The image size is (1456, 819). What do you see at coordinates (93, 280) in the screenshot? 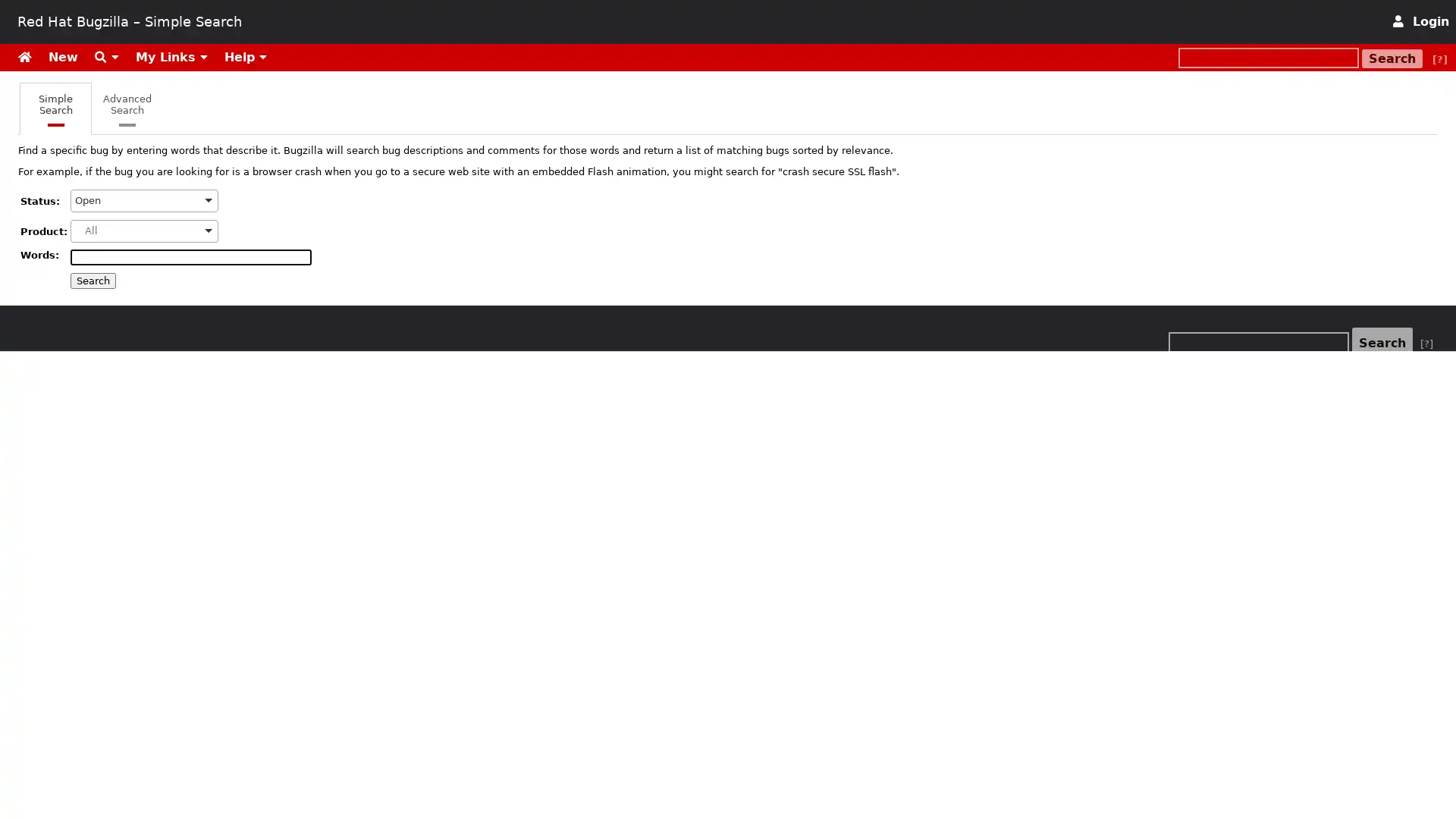
I see `Search` at bounding box center [93, 280].